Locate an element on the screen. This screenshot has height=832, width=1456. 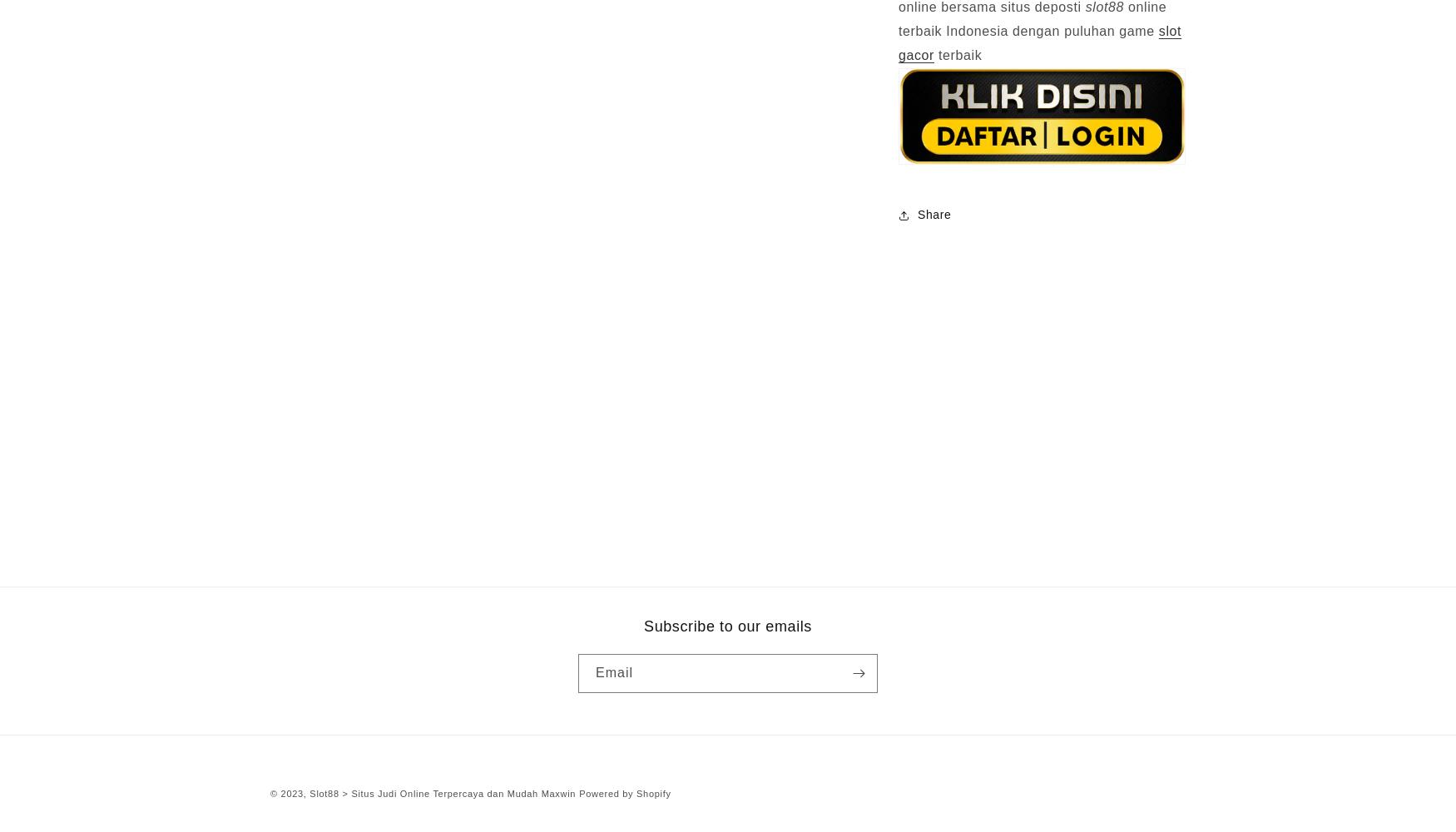
'© 2023,' is located at coordinates (290, 792).